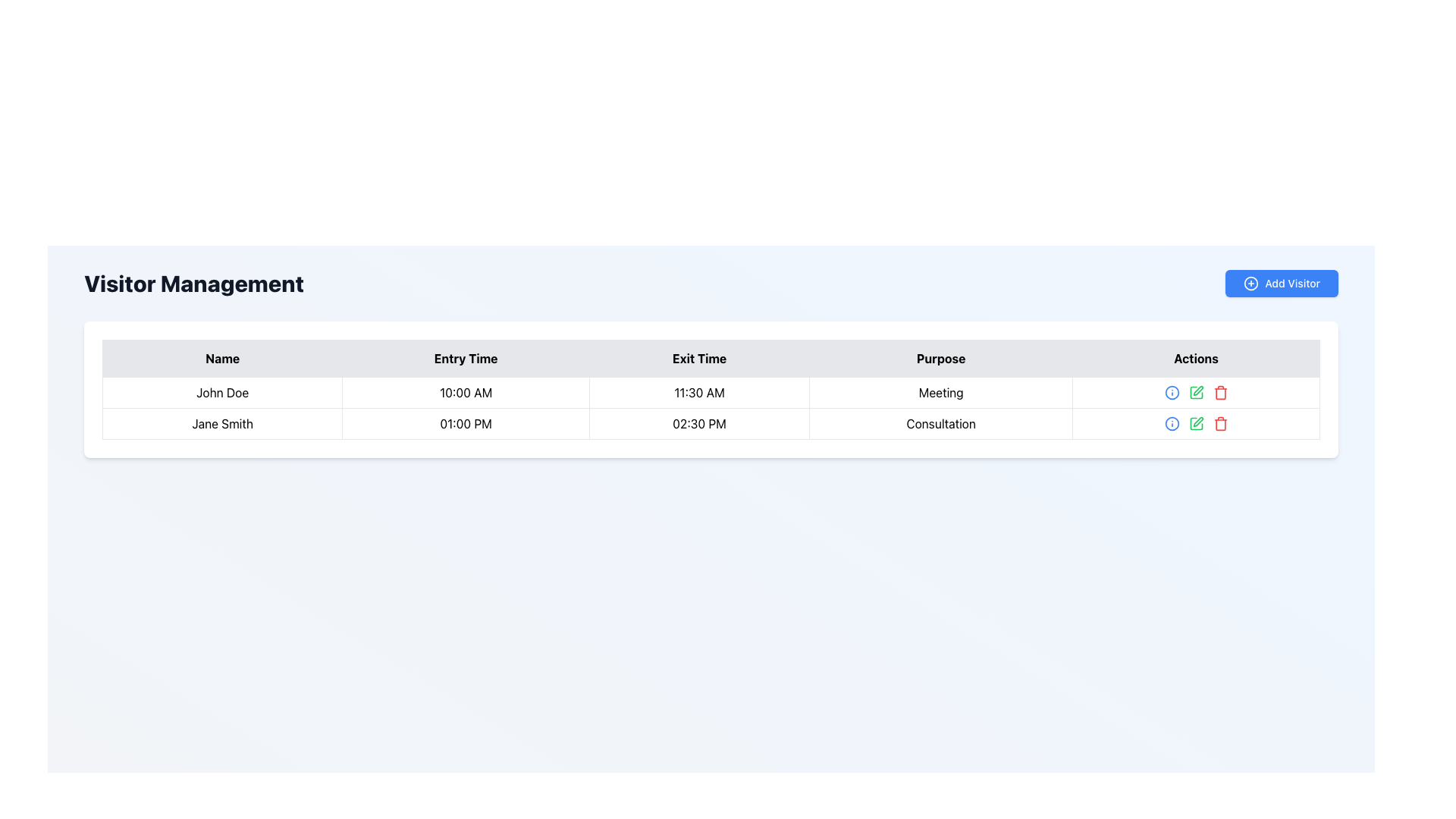  Describe the element at coordinates (1171, 391) in the screenshot. I see `the graphical information icon (circle) located in the 'Actions' column of the second row of the table` at that location.